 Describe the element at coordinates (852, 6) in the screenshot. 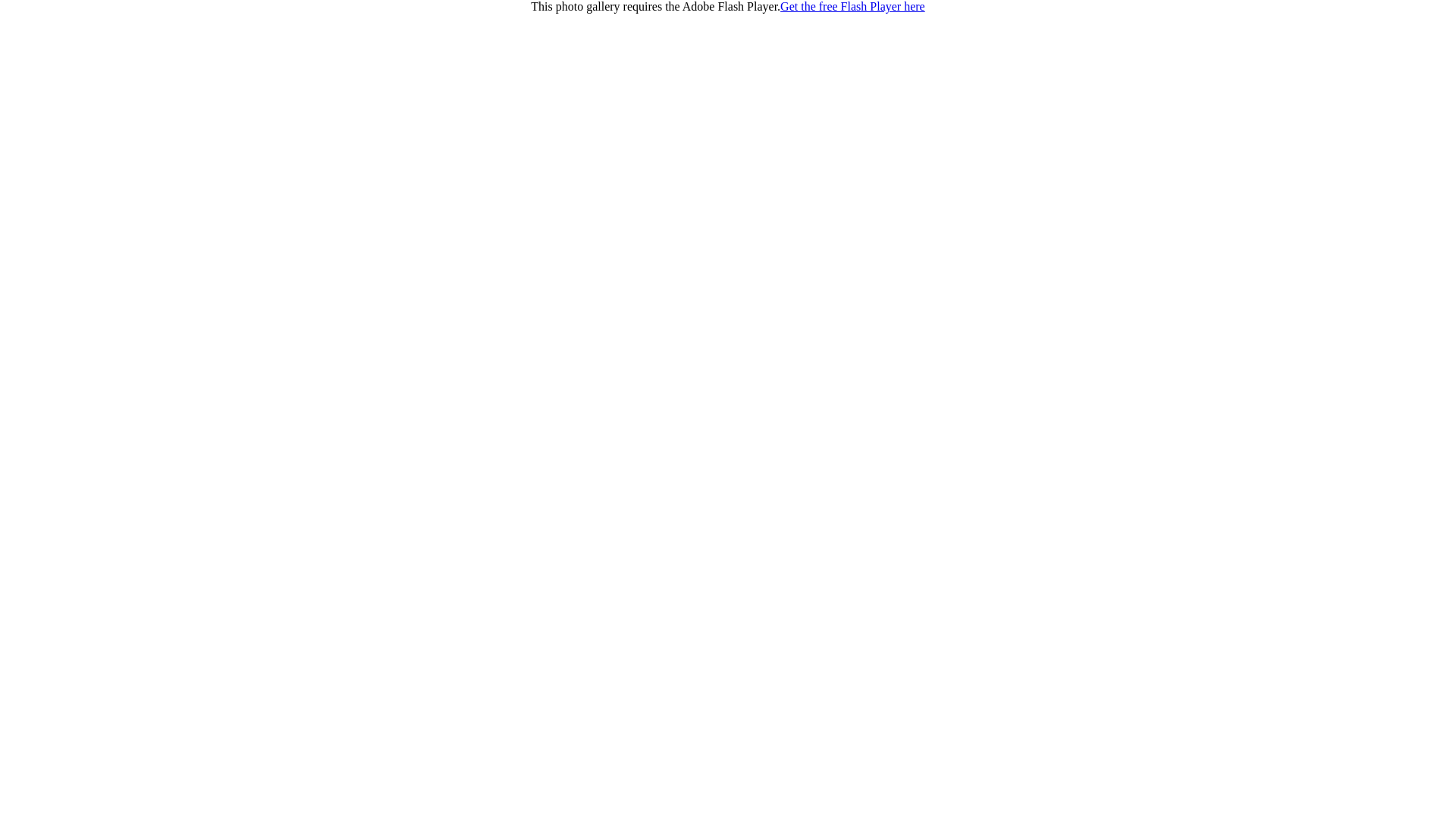

I see `'Get the free Flash Player here'` at that location.